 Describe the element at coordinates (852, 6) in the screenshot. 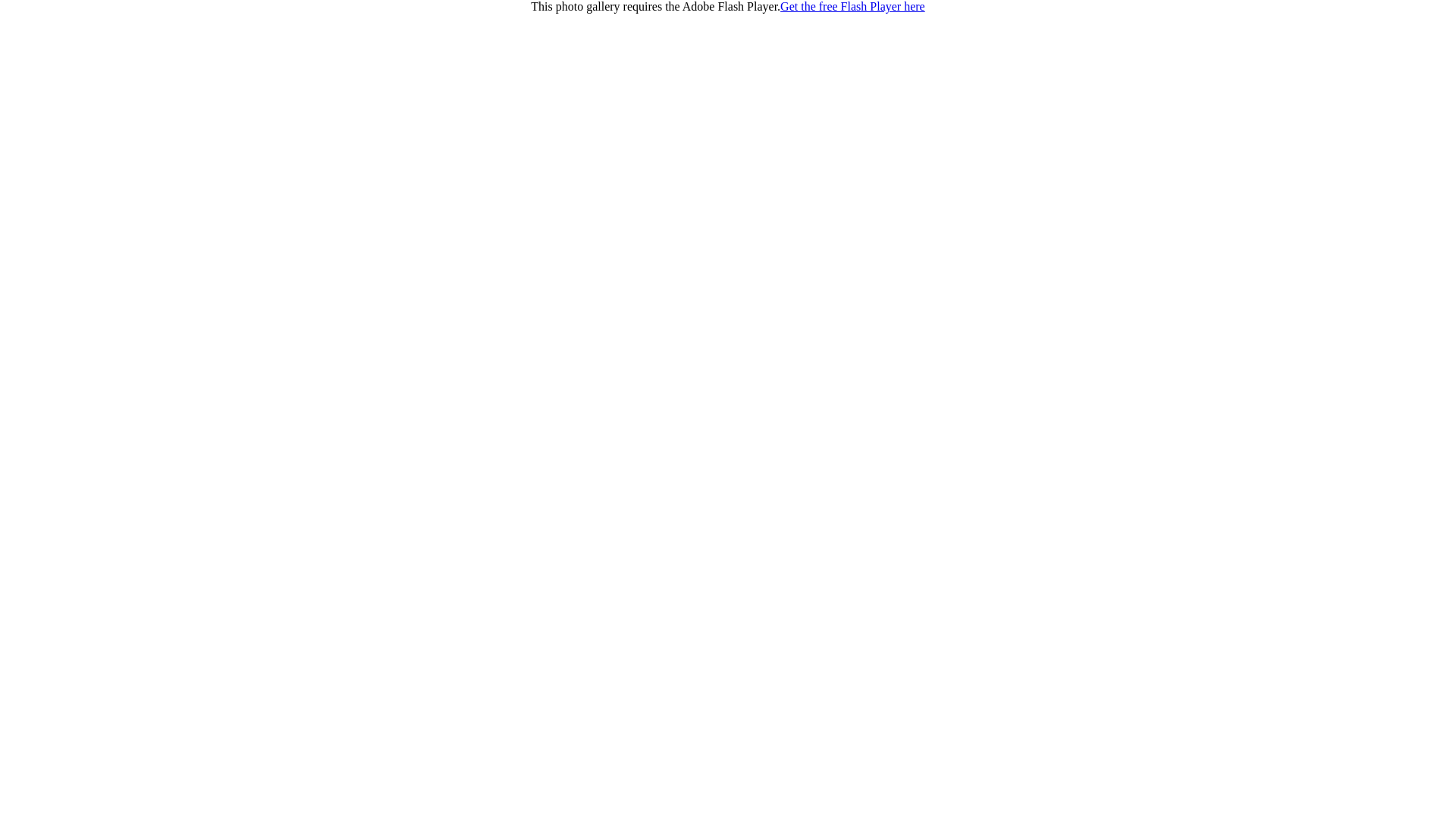

I see `'Get the free Flash Player here'` at that location.